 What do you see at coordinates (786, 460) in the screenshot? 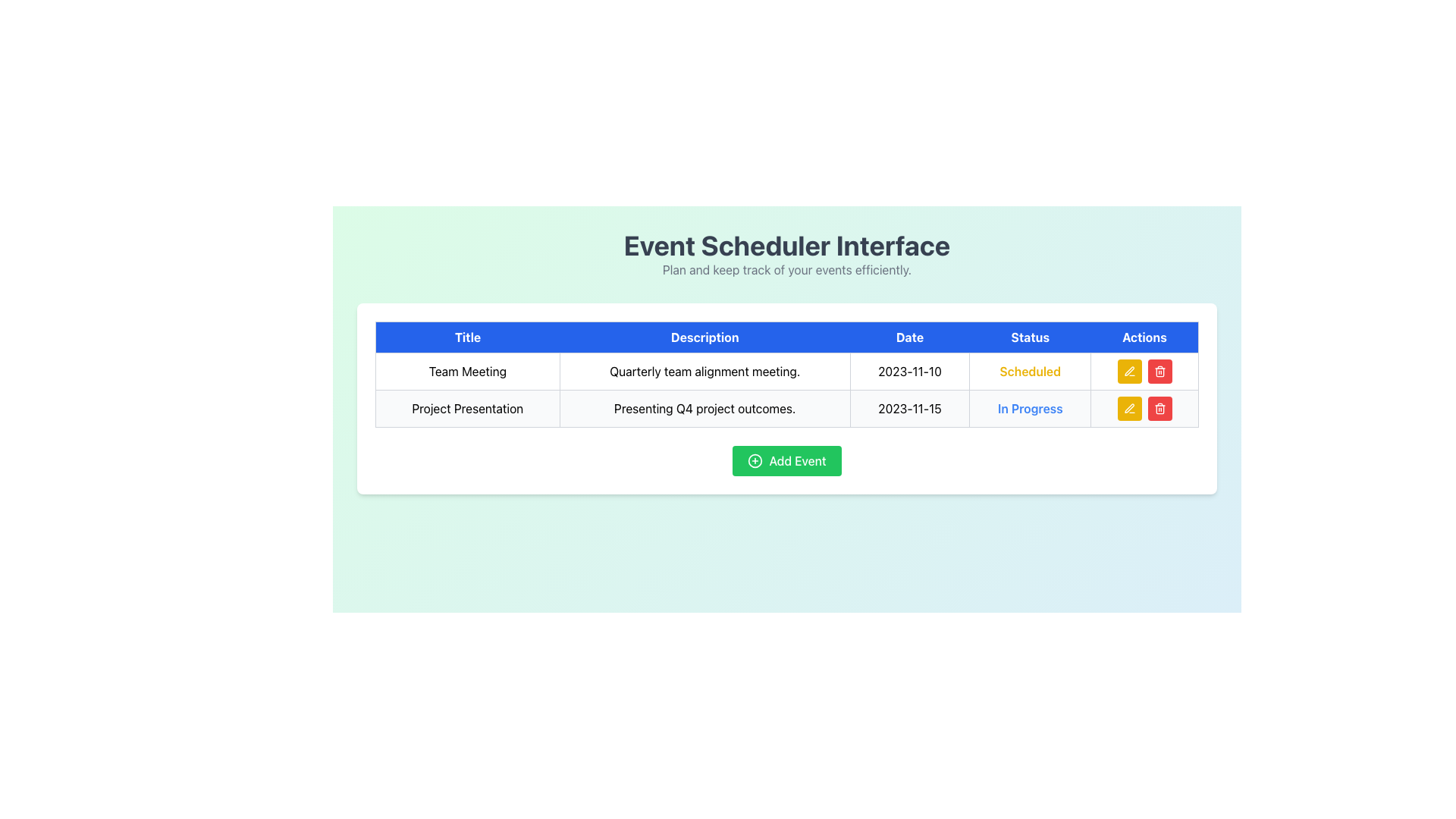
I see `the button below the event table` at bounding box center [786, 460].